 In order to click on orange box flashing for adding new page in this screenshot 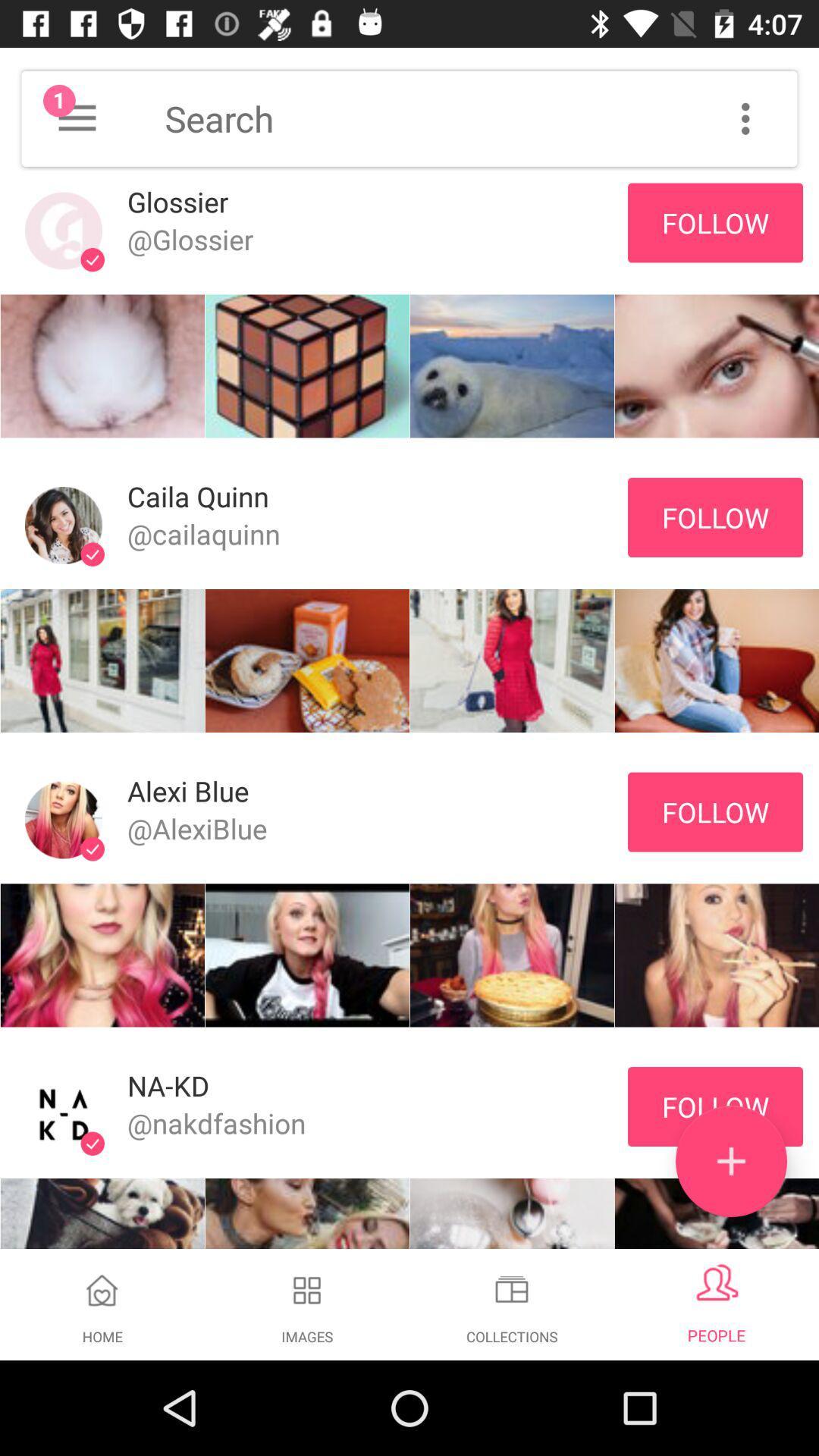, I will do `click(730, 1160)`.